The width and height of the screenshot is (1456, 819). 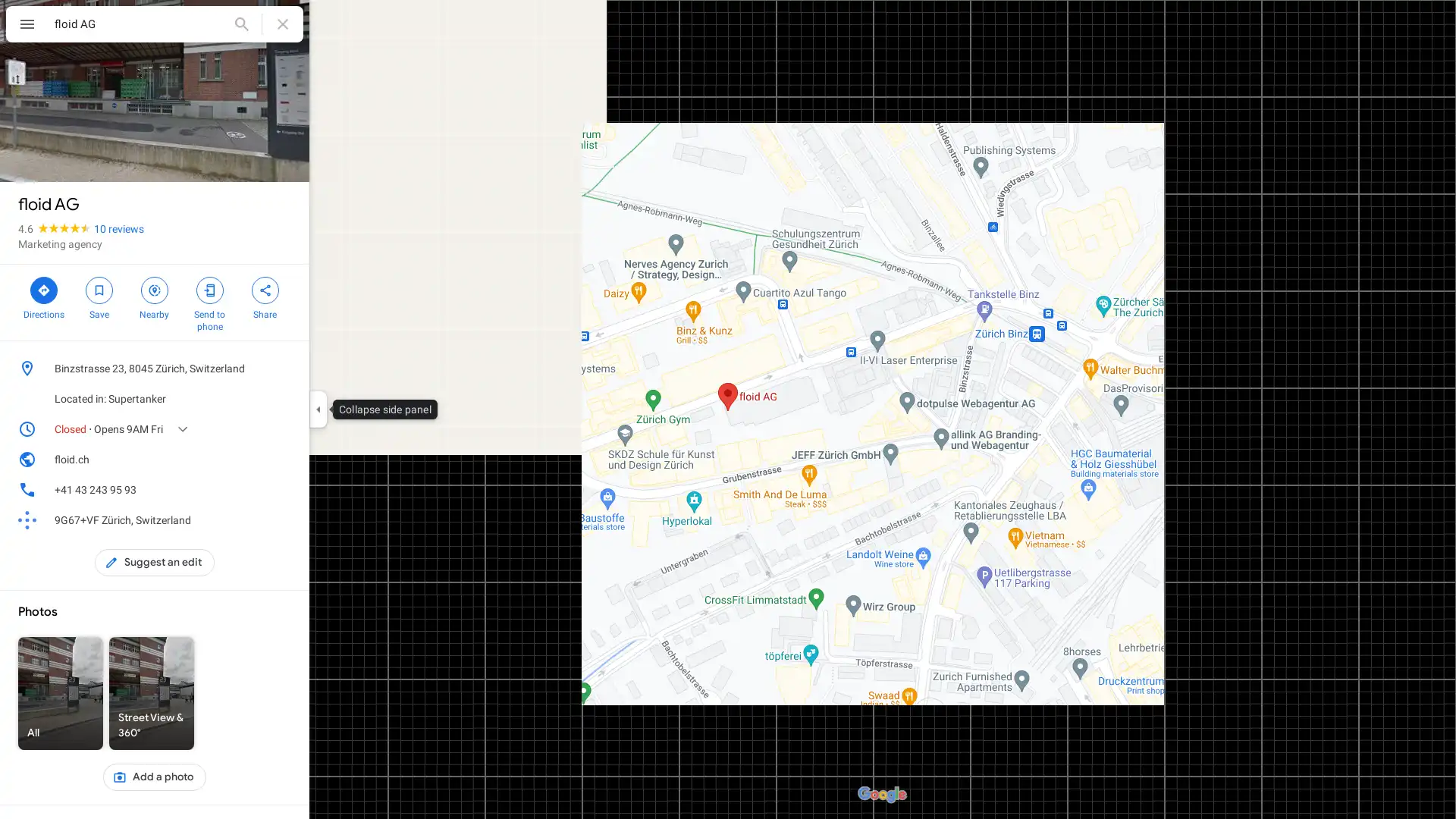 I want to click on Marketing agency, so click(x=60, y=243).